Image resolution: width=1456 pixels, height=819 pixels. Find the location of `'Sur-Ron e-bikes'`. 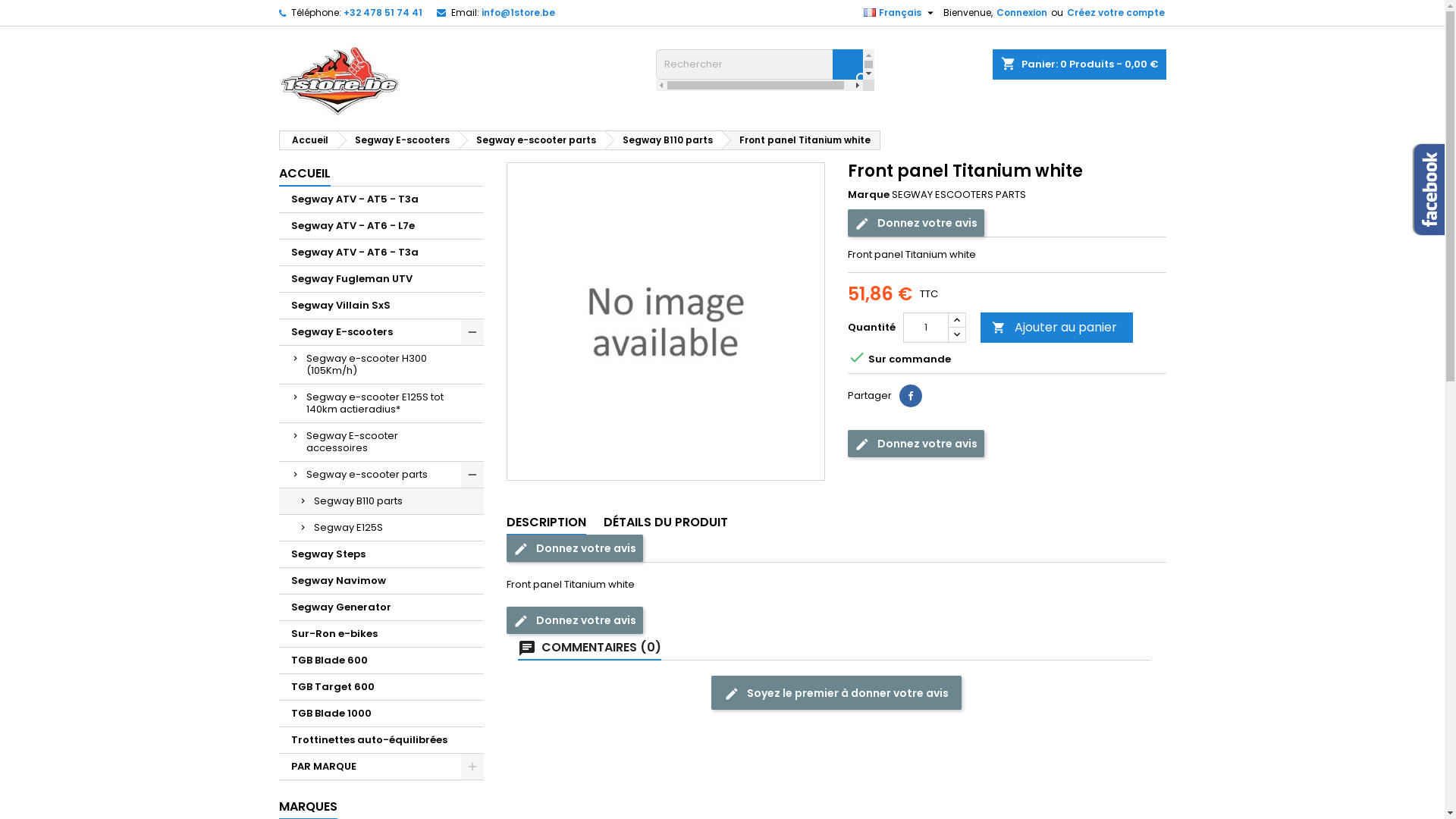

'Sur-Ron e-bikes' is located at coordinates (381, 634).